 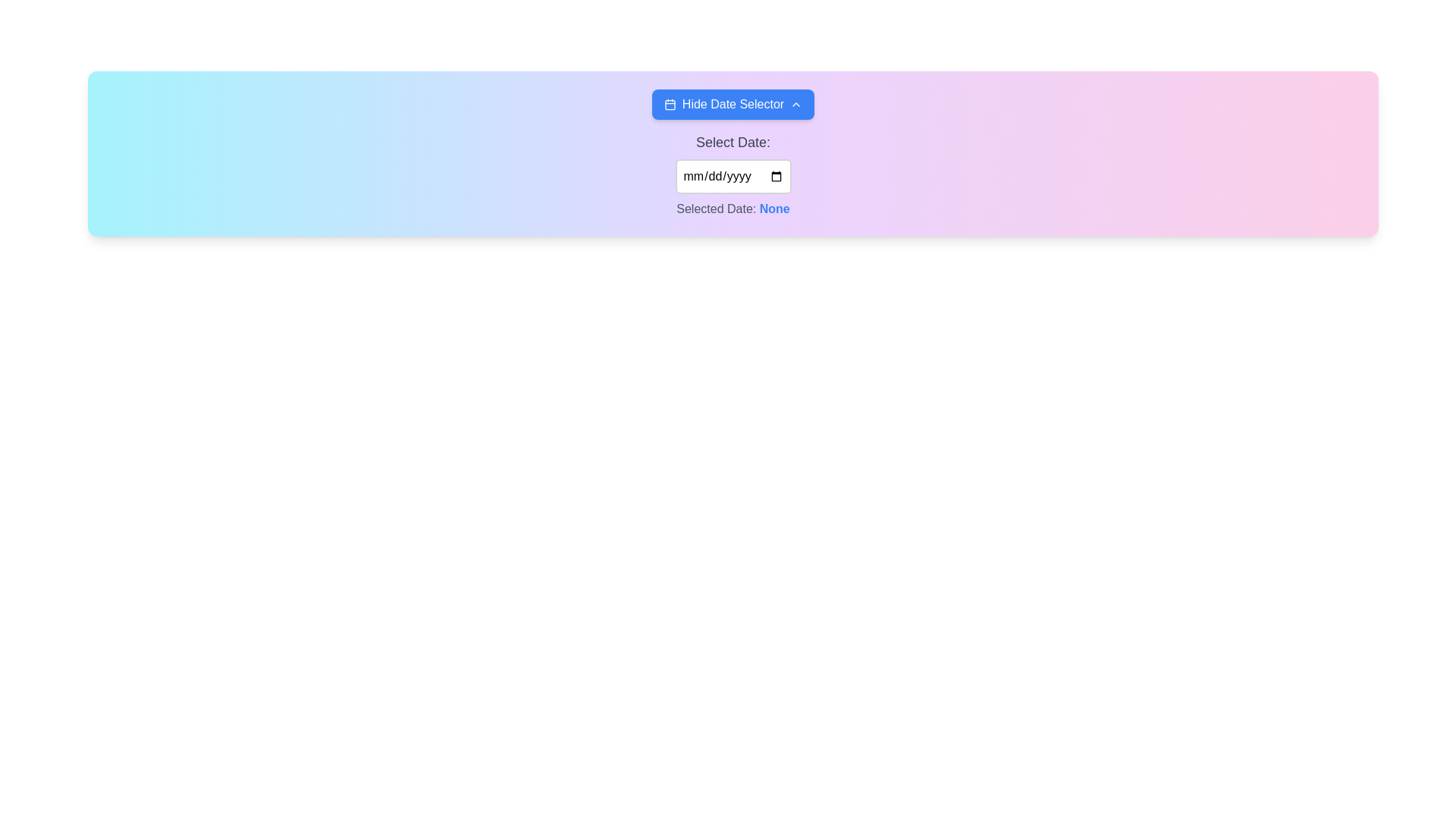 What do you see at coordinates (795, 104) in the screenshot?
I see `the icon that indicates the action of collapsing or hiding the date selector panel, which is located on the right-hand side of the 'Hide Date Selector' button` at bounding box center [795, 104].